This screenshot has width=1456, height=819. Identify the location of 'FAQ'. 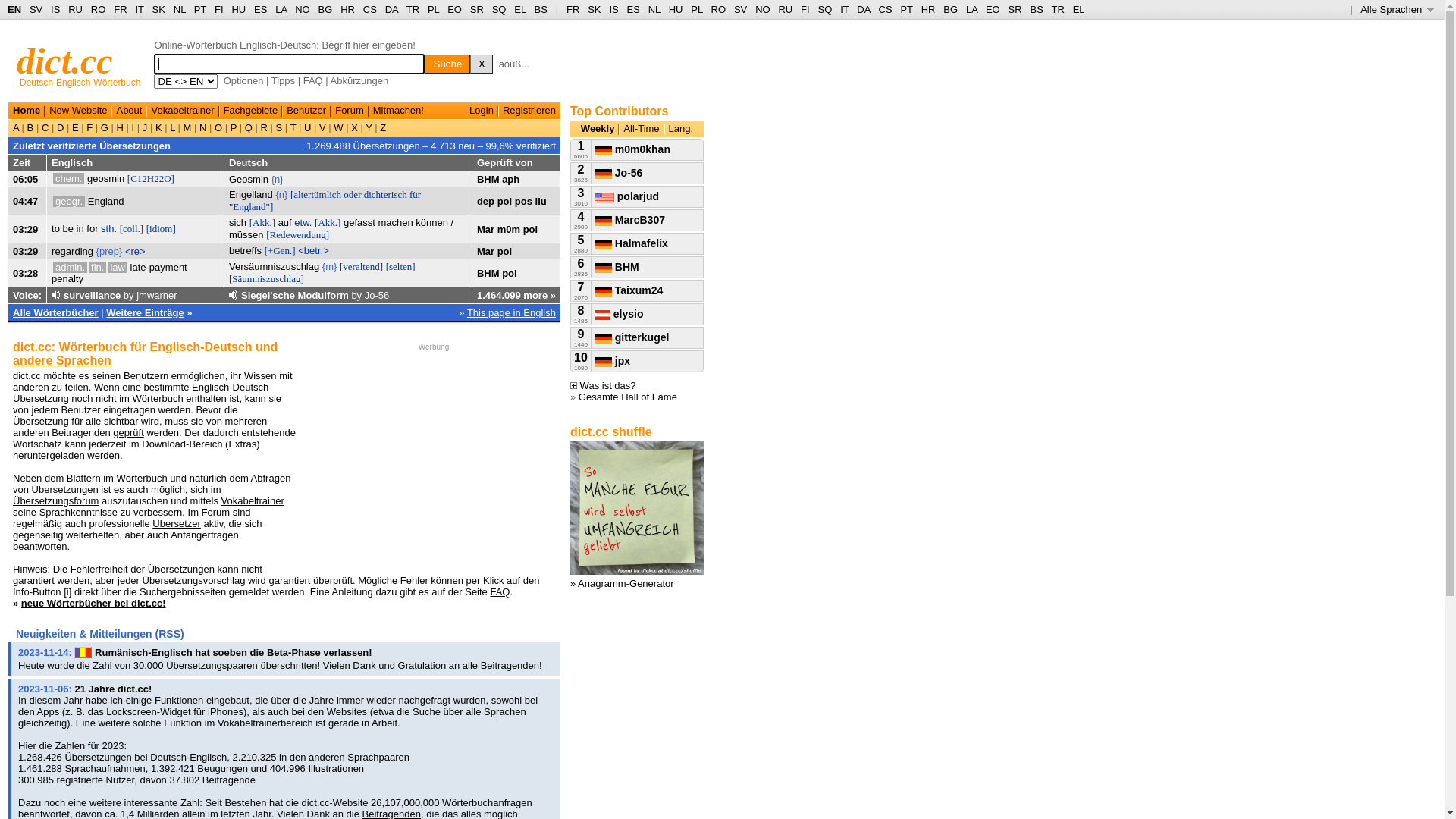
(499, 591).